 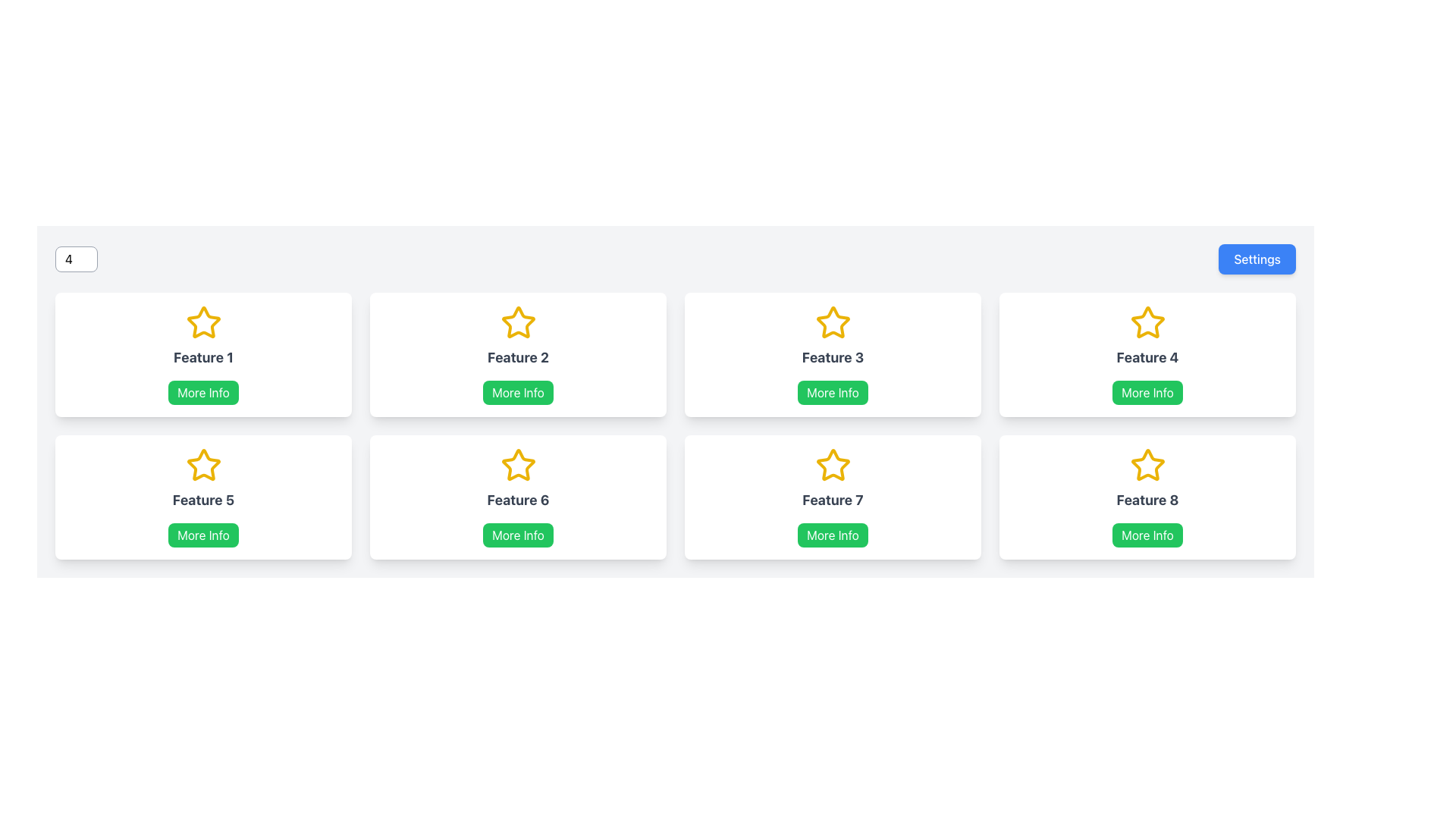 What do you see at coordinates (518, 500) in the screenshot?
I see `the Text label that serves as a title for the card, located in the bottom row of a grid layout, positioned between a yellow star icon and a green 'More Info' button` at bounding box center [518, 500].